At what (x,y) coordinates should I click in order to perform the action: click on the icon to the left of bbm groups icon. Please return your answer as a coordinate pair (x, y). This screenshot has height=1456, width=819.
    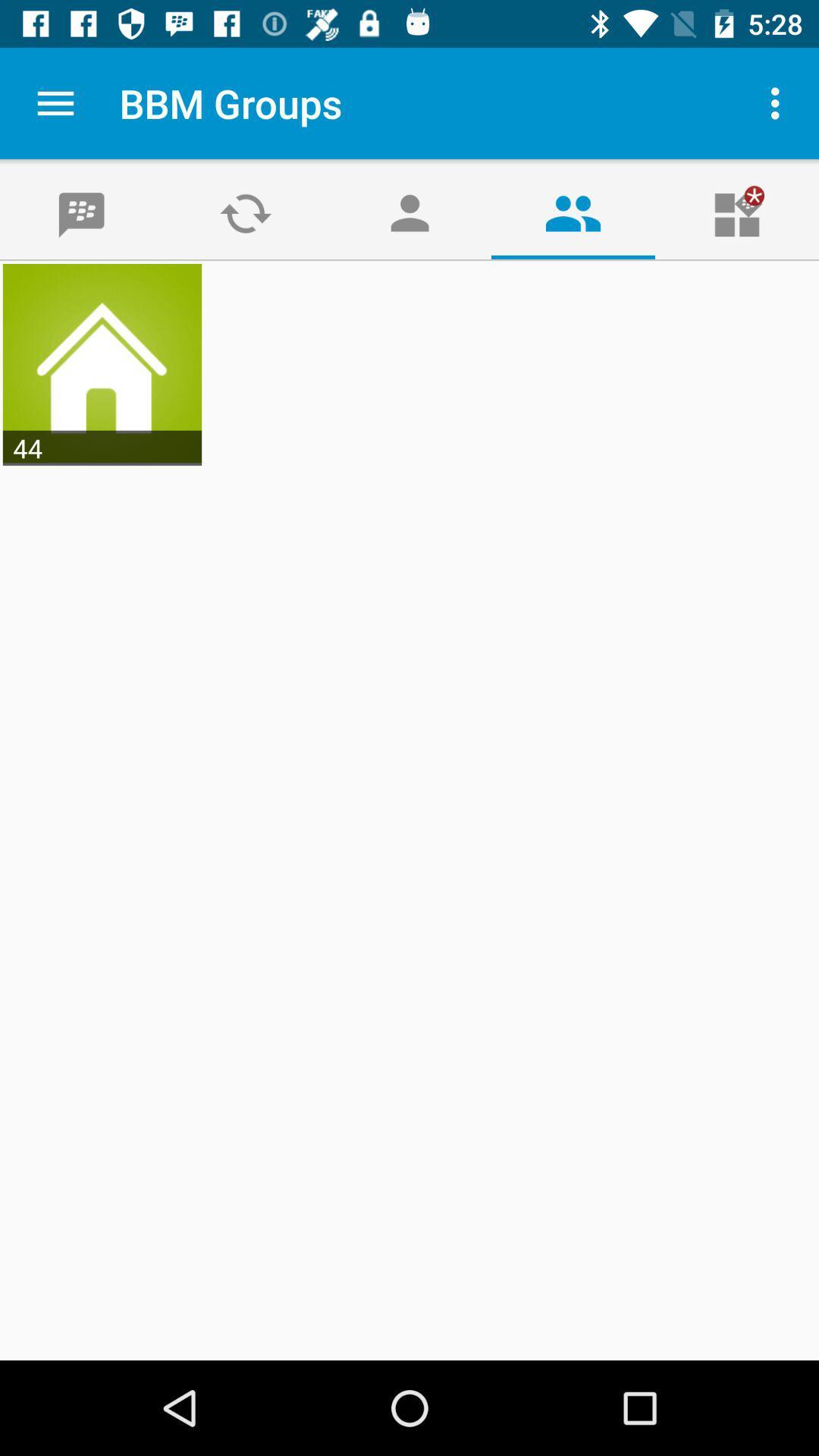
    Looking at the image, I should click on (55, 102).